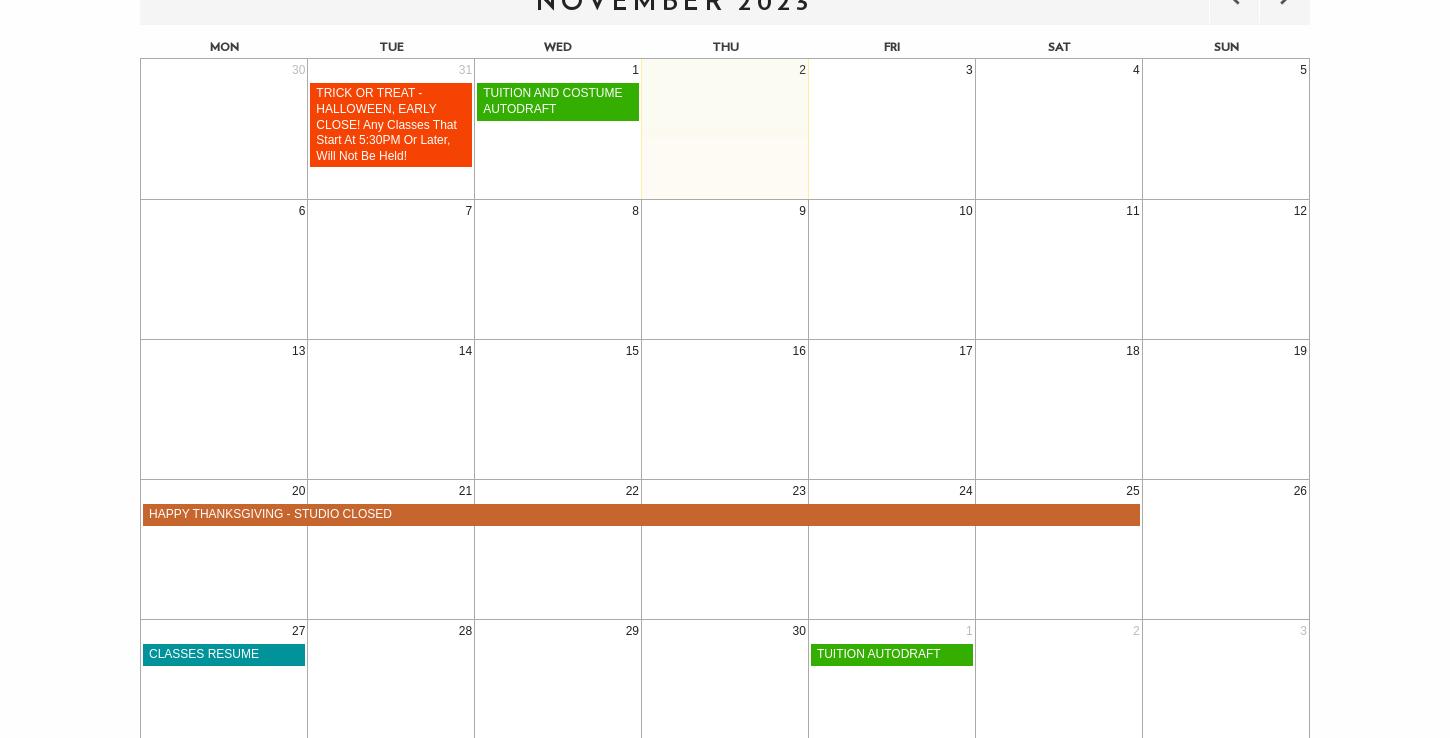  Describe the element at coordinates (457, 630) in the screenshot. I see `'28'` at that location.